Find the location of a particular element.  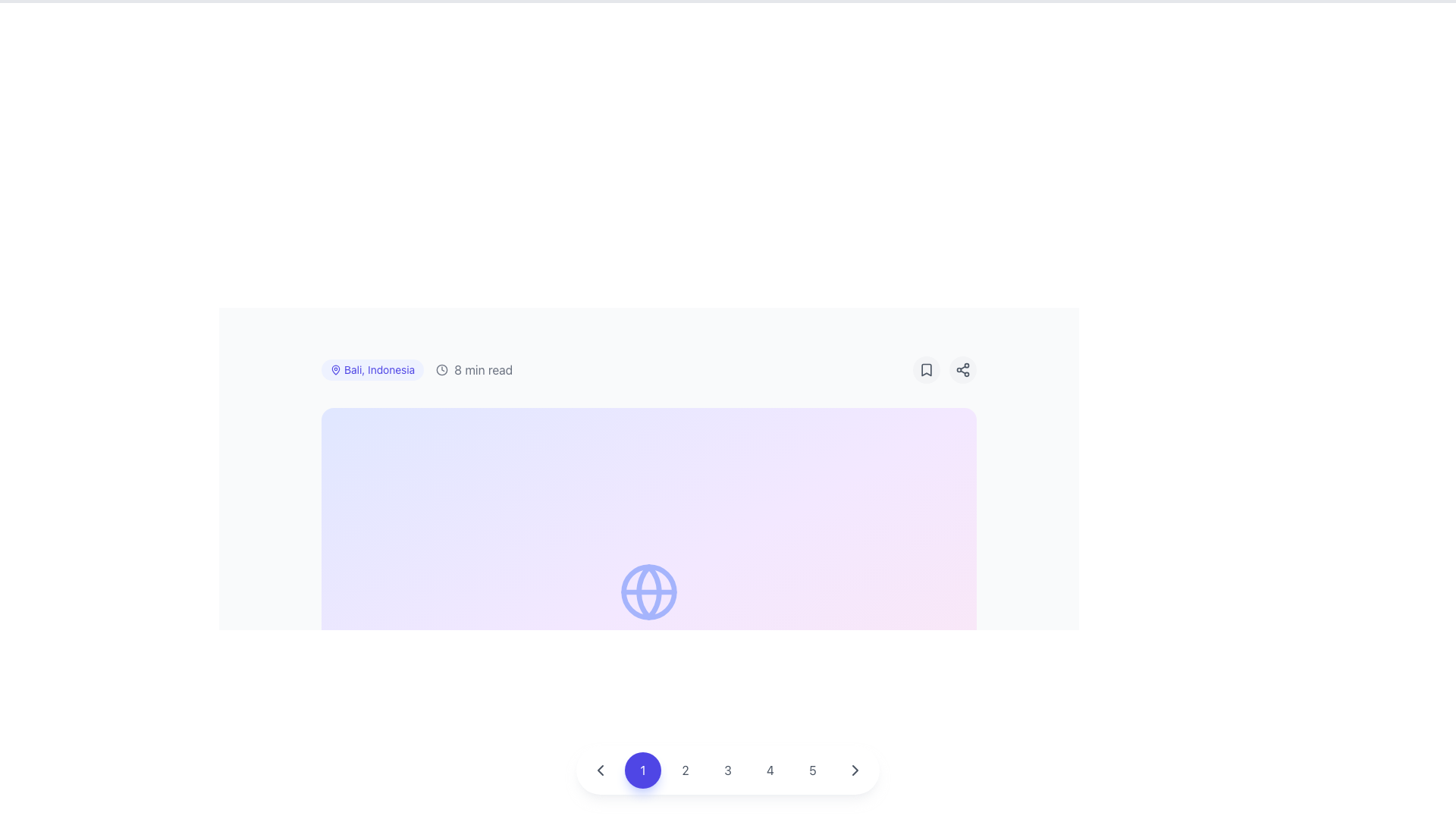

the geographical location icon adjacent to the text label 'Bali, Indonesia' is located at coordinates (334, 370).